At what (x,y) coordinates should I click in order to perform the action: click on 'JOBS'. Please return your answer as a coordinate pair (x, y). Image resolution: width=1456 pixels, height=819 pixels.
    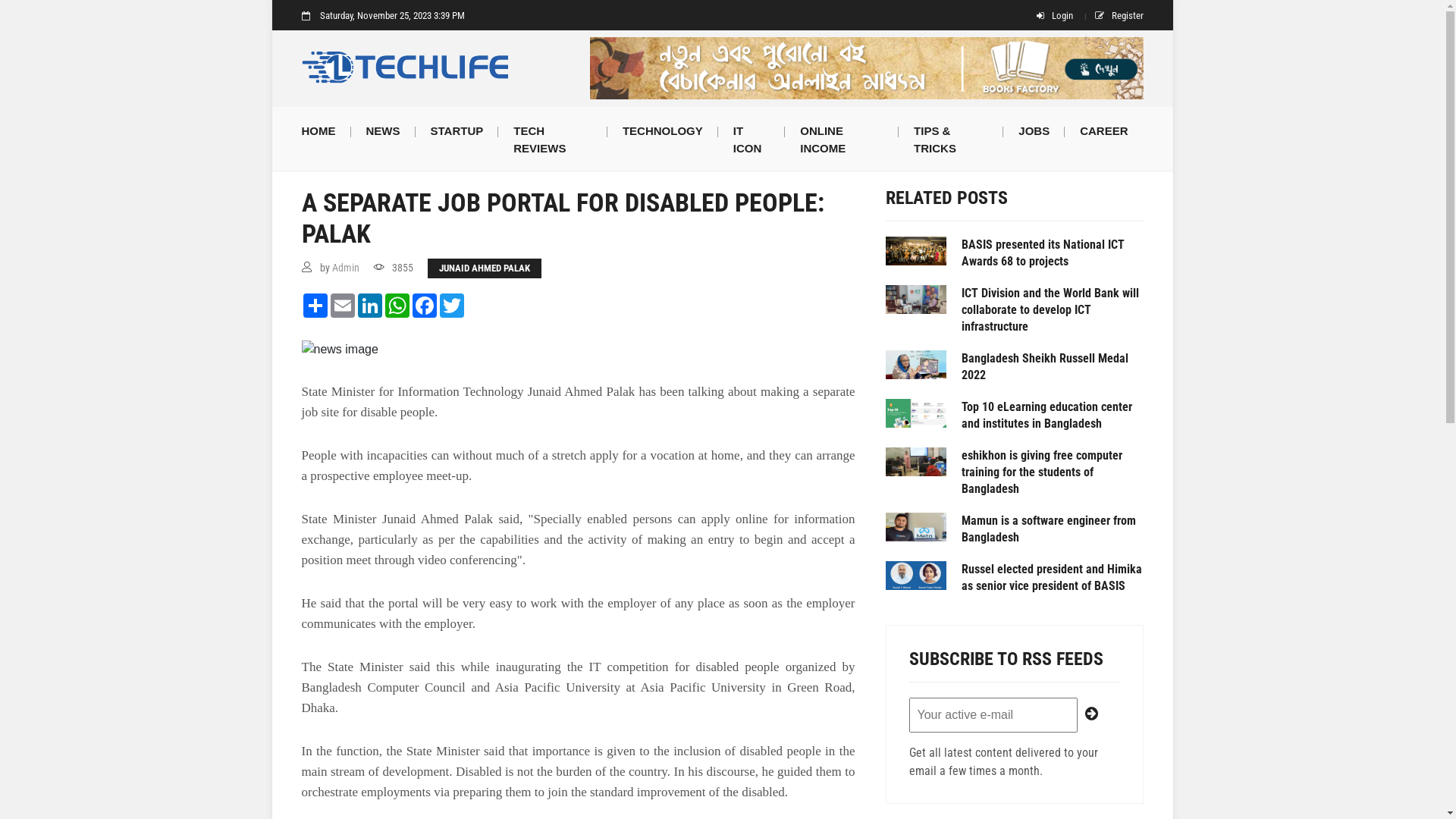
    Looking at the image, I should click on (1033, 130).